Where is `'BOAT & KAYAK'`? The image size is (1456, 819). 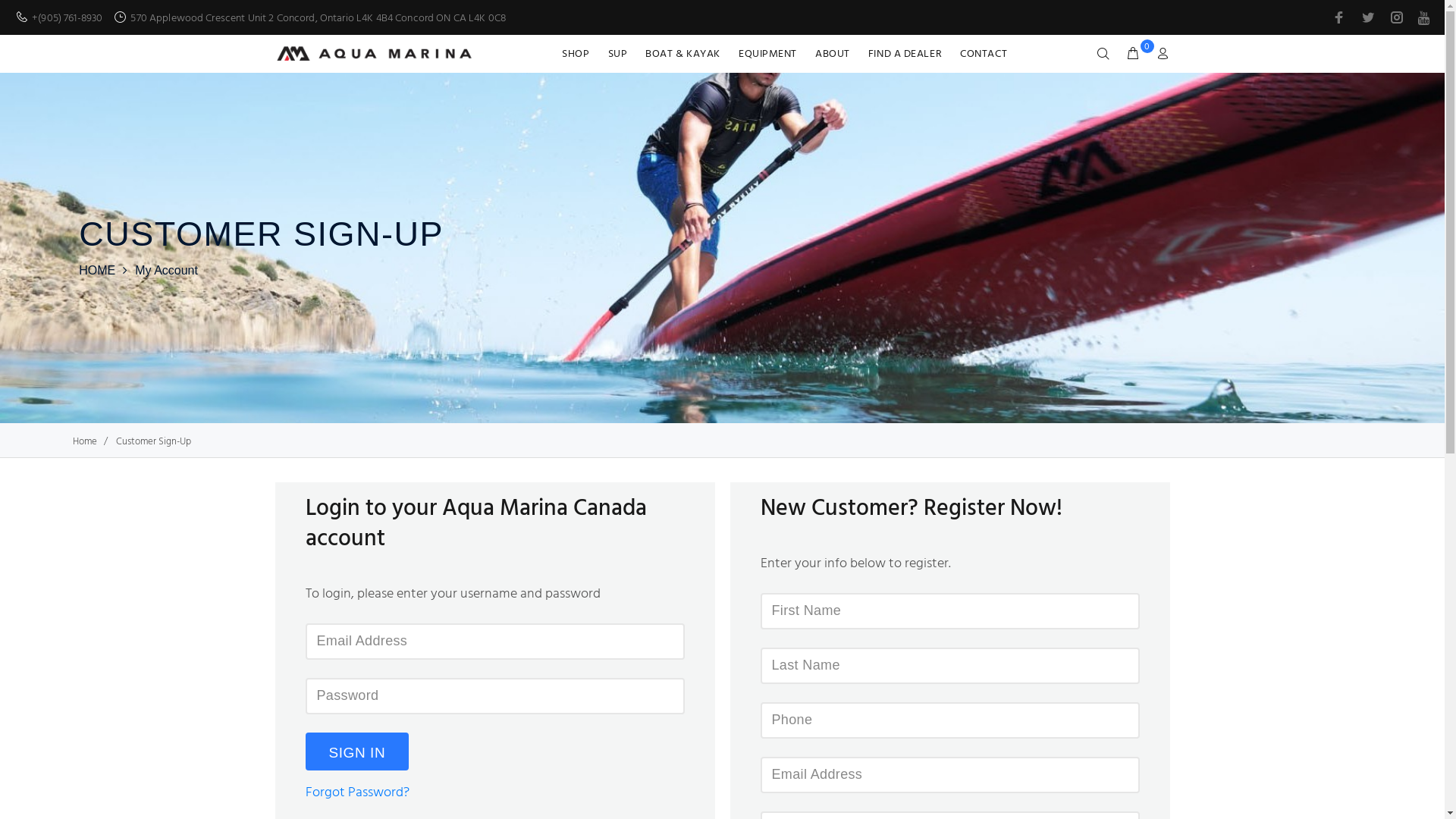 'BOAT & KAYAK' is located at coordinates (682, 52).